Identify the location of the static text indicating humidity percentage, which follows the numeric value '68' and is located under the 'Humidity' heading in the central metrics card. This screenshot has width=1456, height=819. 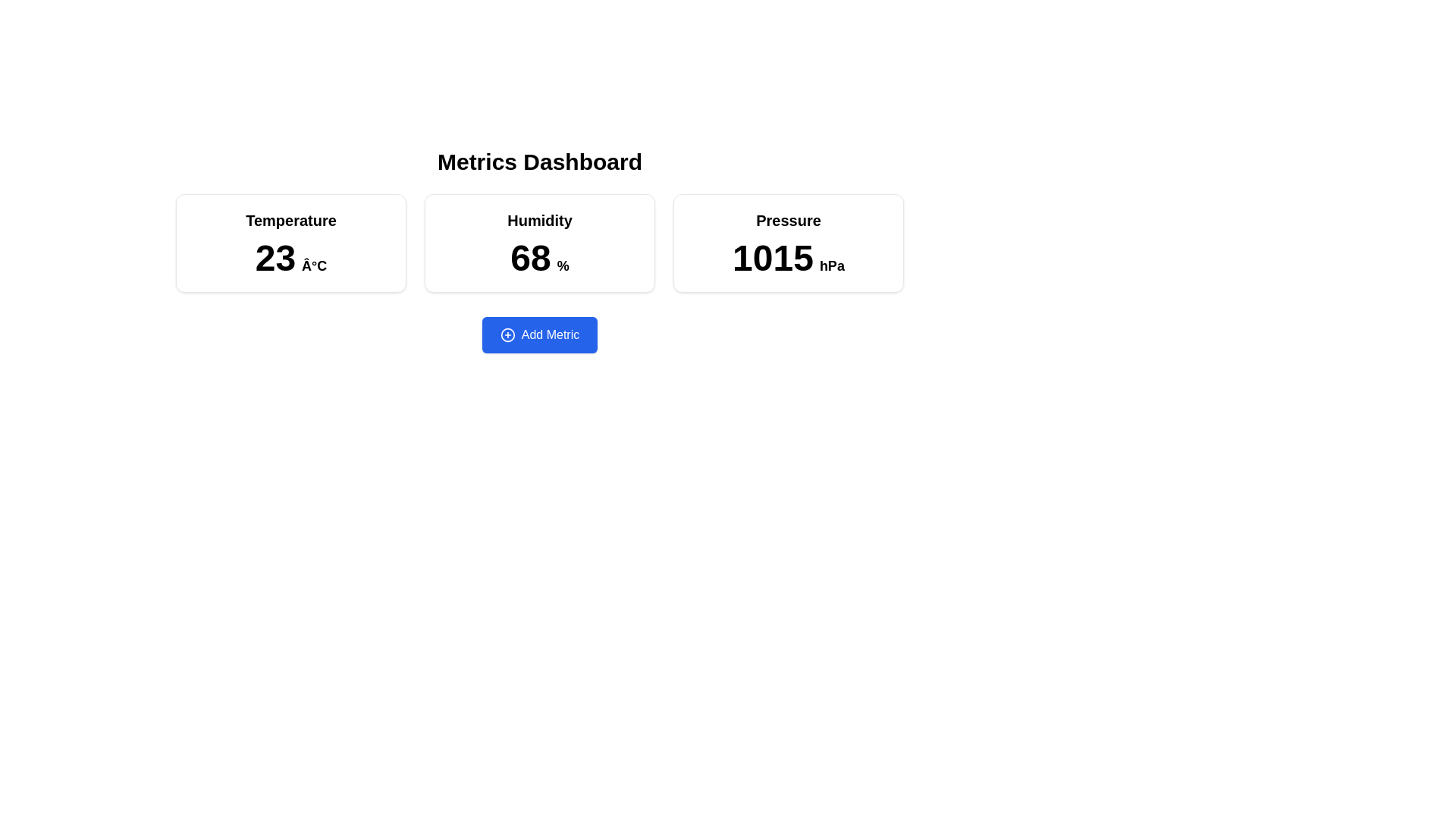
(562, 265).